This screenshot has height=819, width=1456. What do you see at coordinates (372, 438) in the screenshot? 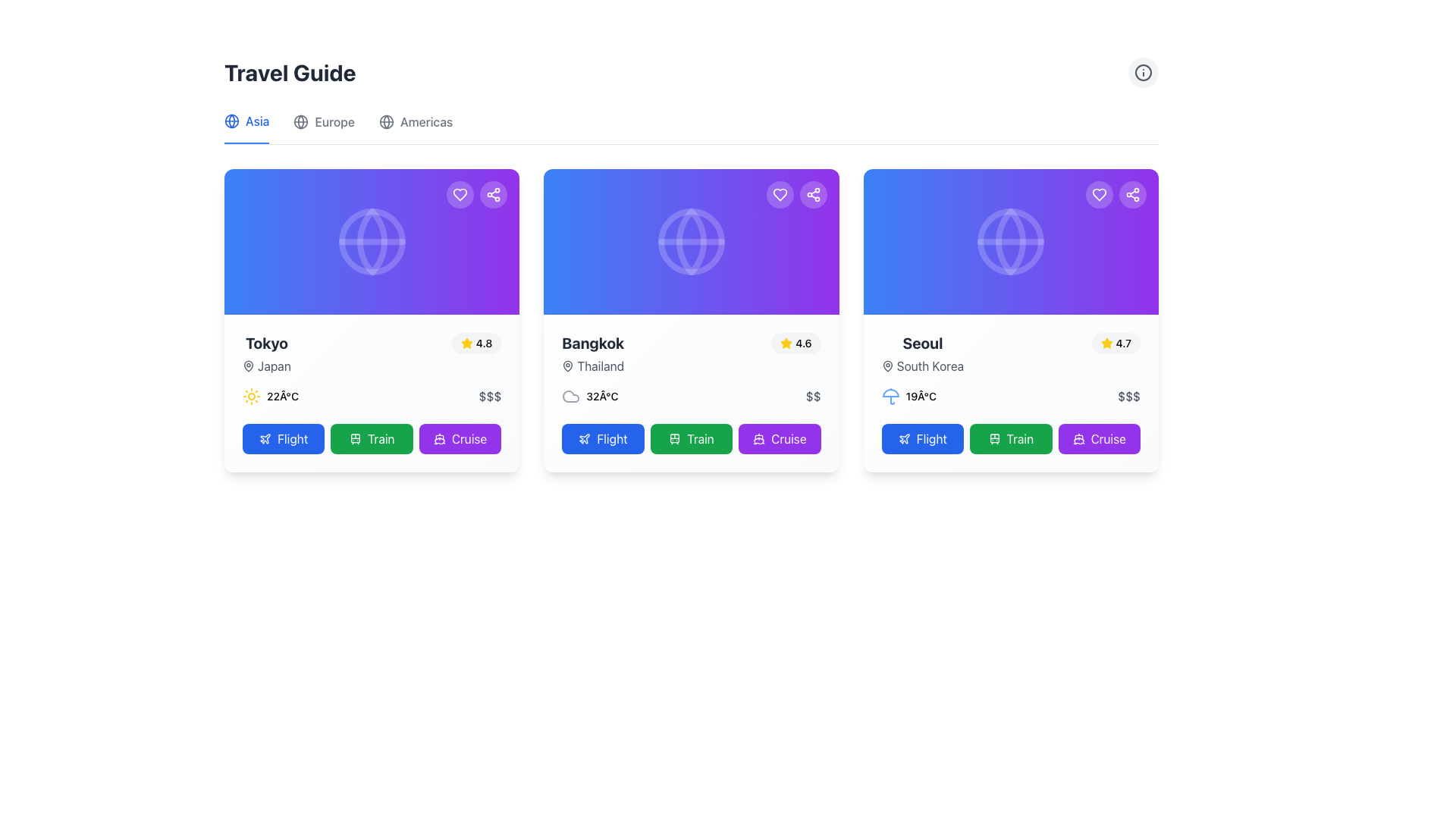
I see `the 'Train' button, which is the second button among the 'Flight', 'Train', and 'Cruise' options located at the bottom of the 'Tokyo' card` at bounding box center [372, 438].